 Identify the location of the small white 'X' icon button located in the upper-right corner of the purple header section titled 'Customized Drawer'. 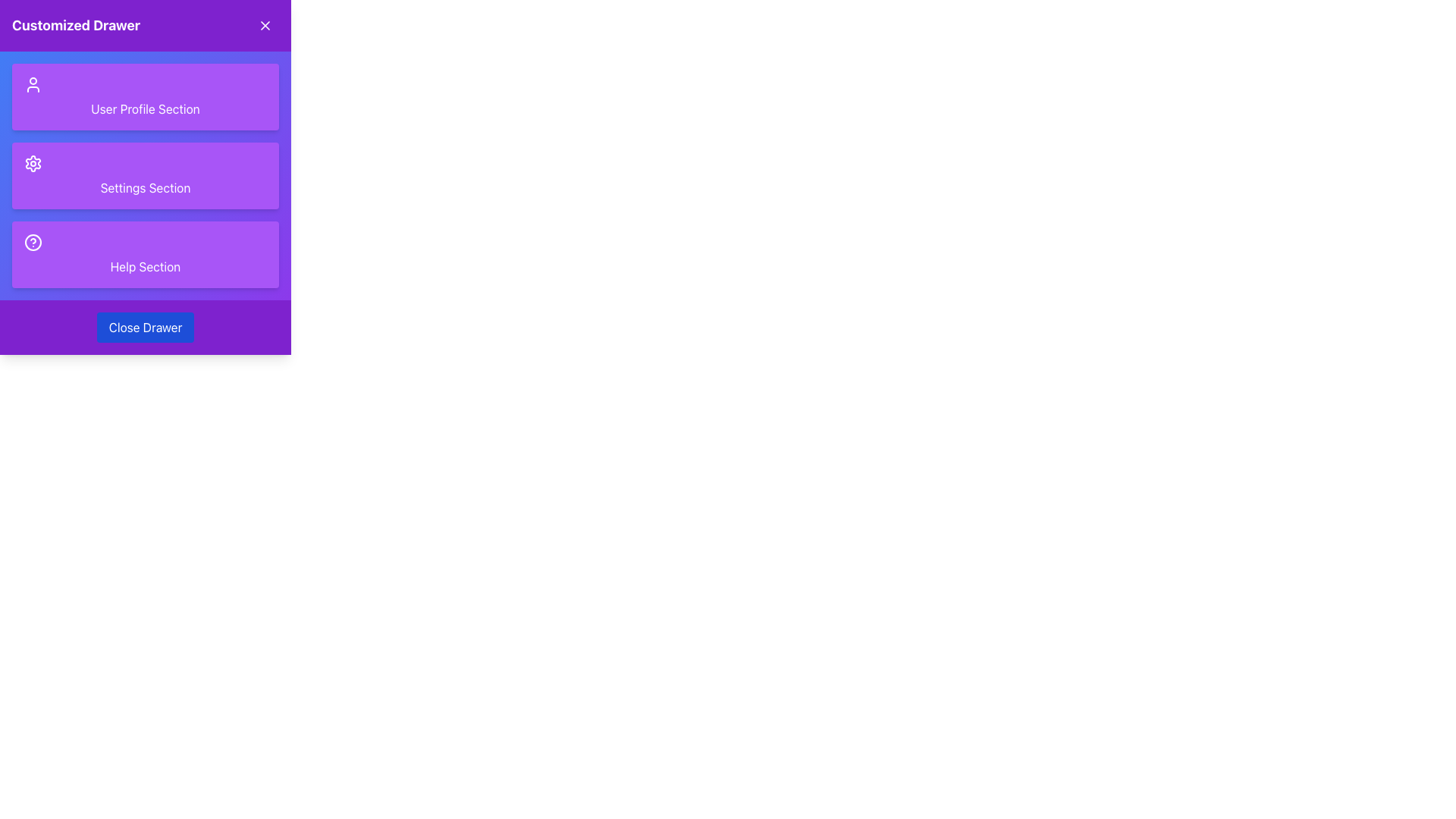
(265, 26).